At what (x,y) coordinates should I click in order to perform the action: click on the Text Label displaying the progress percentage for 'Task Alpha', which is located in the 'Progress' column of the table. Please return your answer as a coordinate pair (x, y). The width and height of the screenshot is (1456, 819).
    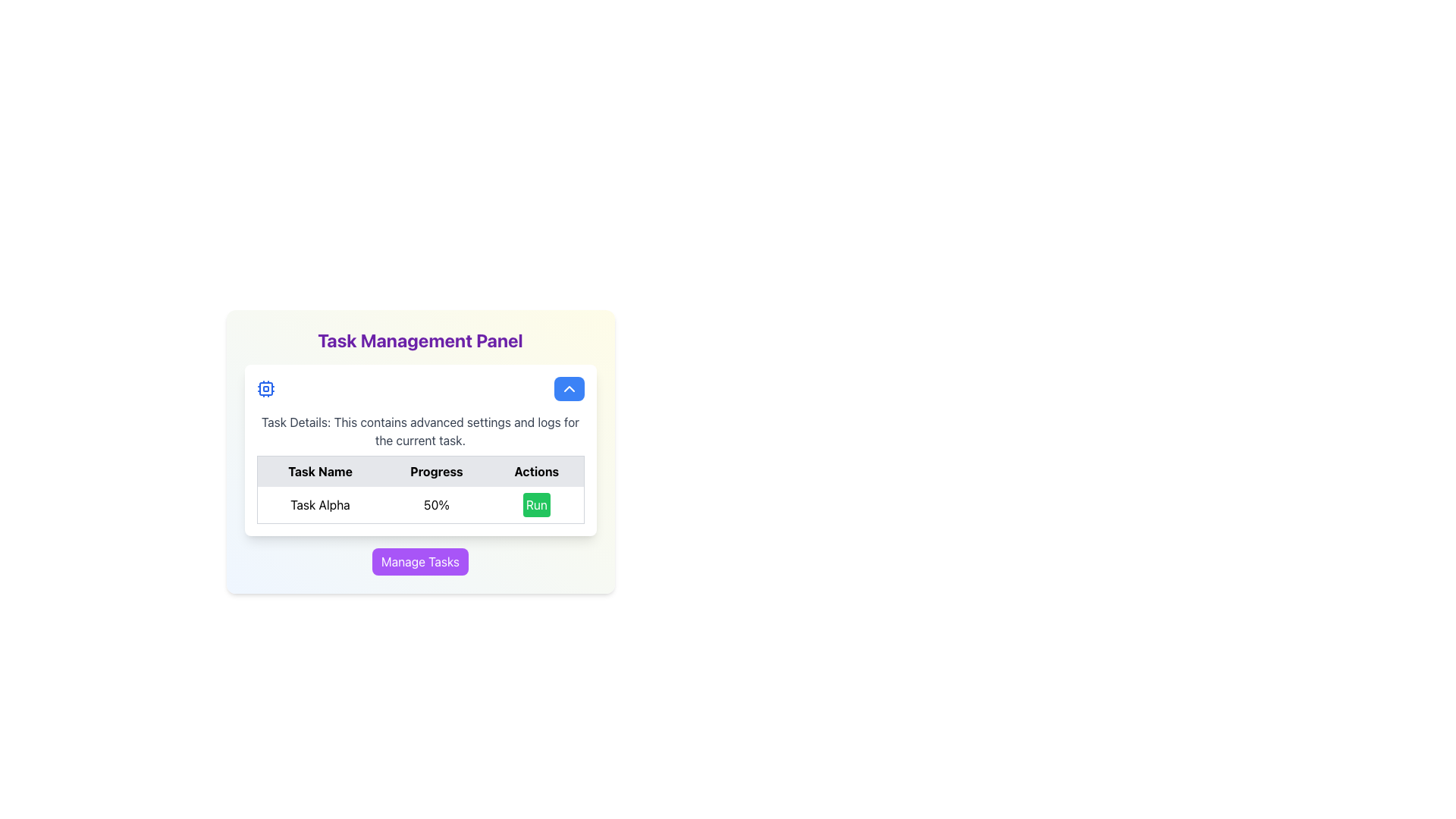
    Looking at the image, I should click on (435, 505).